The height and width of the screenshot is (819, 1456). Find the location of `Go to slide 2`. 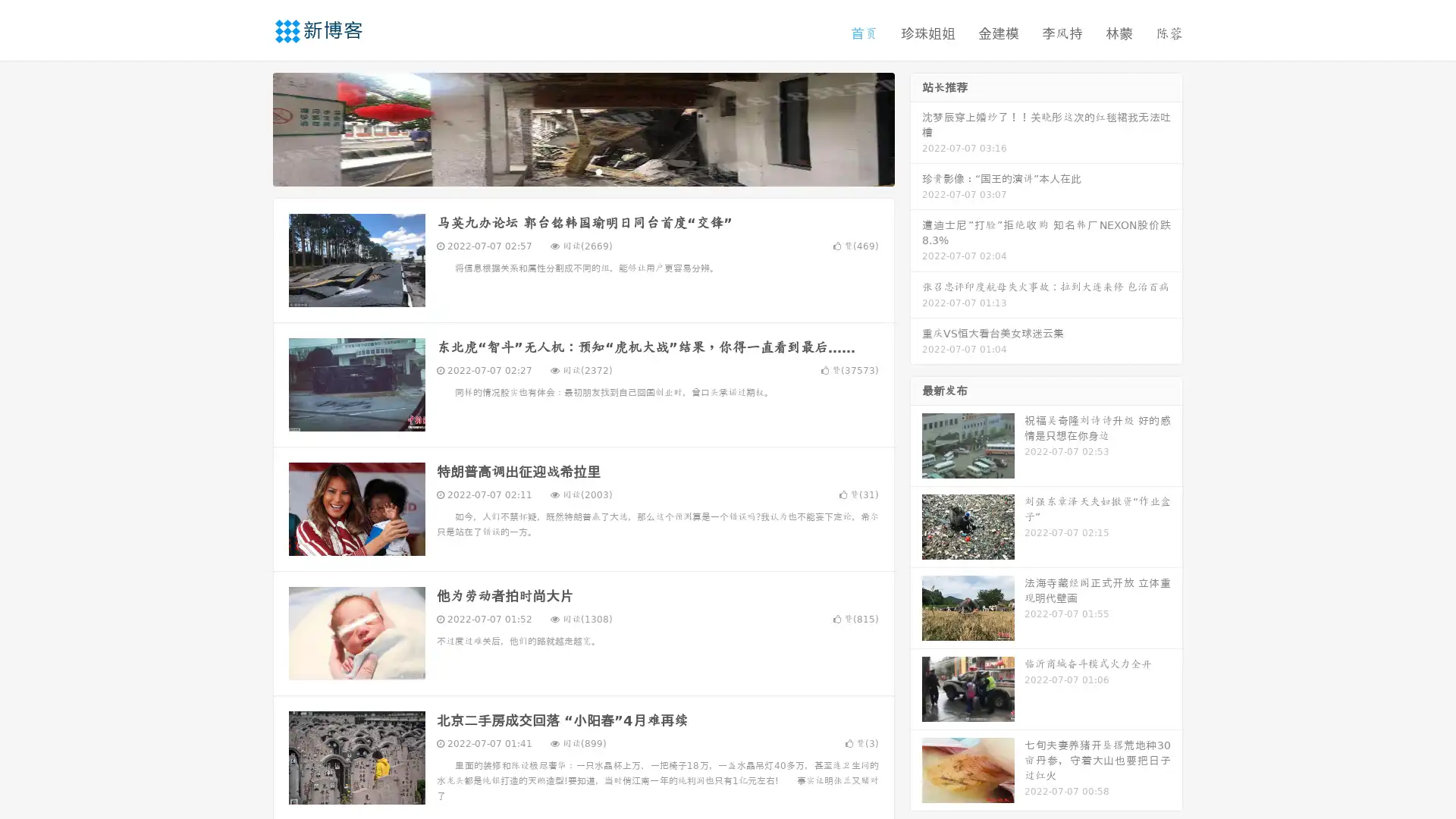

Go to slide 2 is located at coordinates (582, 171).